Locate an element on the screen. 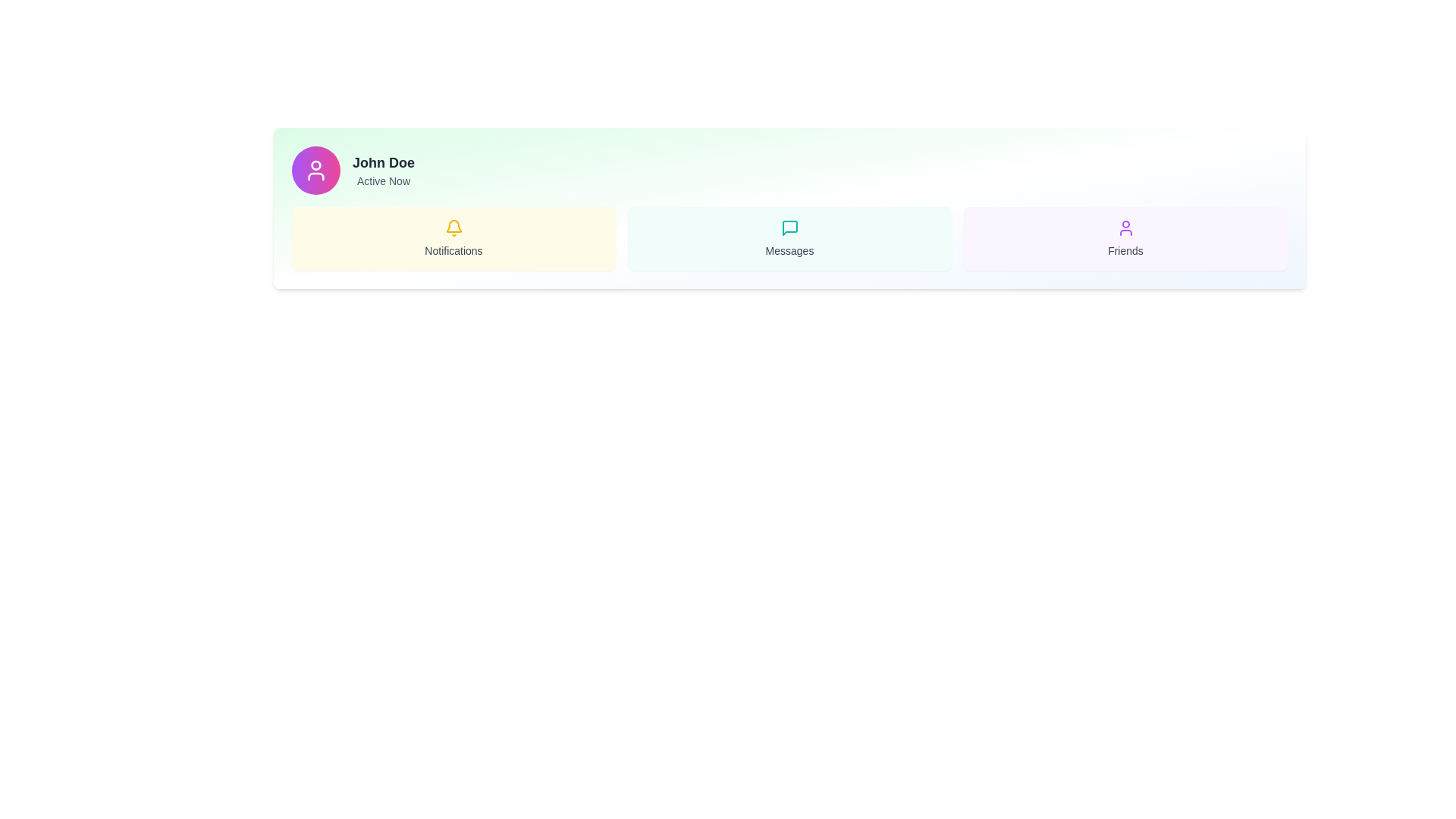  the message icon, which is a modern SVG speech bubble located in the 'Messages' section of the interface is located at coordinates (789, 227).